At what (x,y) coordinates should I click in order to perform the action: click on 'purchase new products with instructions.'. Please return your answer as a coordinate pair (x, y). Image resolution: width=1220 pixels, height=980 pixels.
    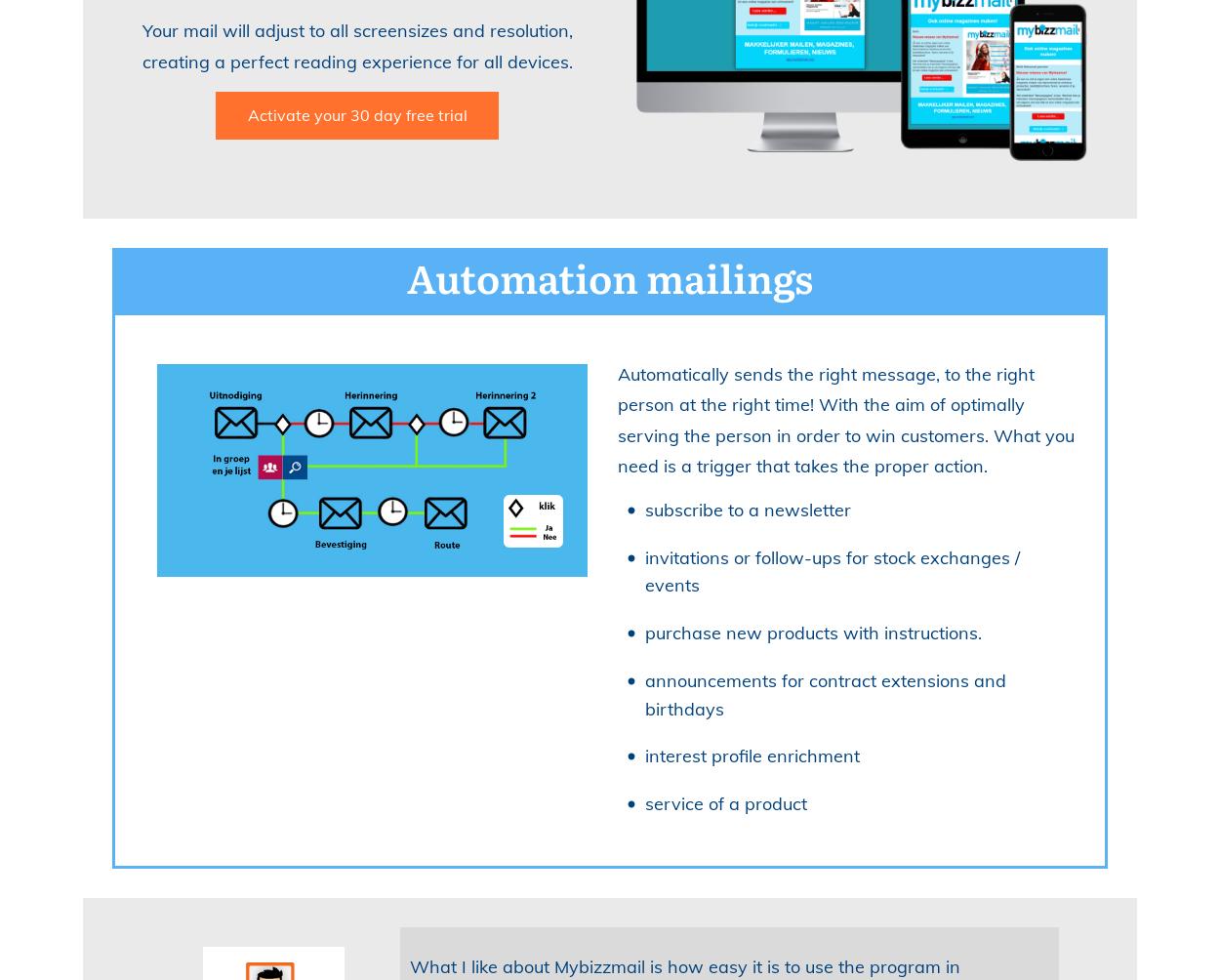
    Looking at the image, I should click on (644, 632).